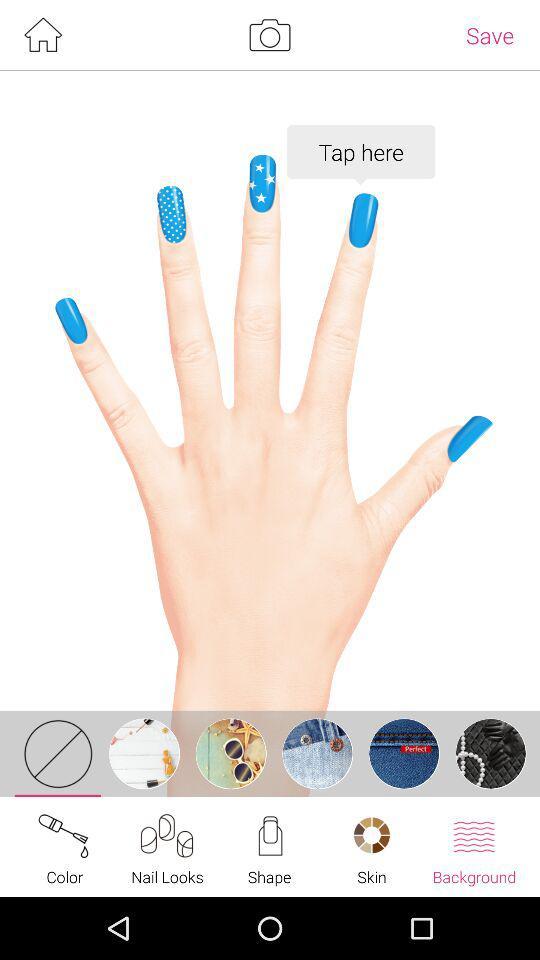 This screenshot has width=540, height=960. I want to click on home icon which is at the top left corner, so click(42, 34).